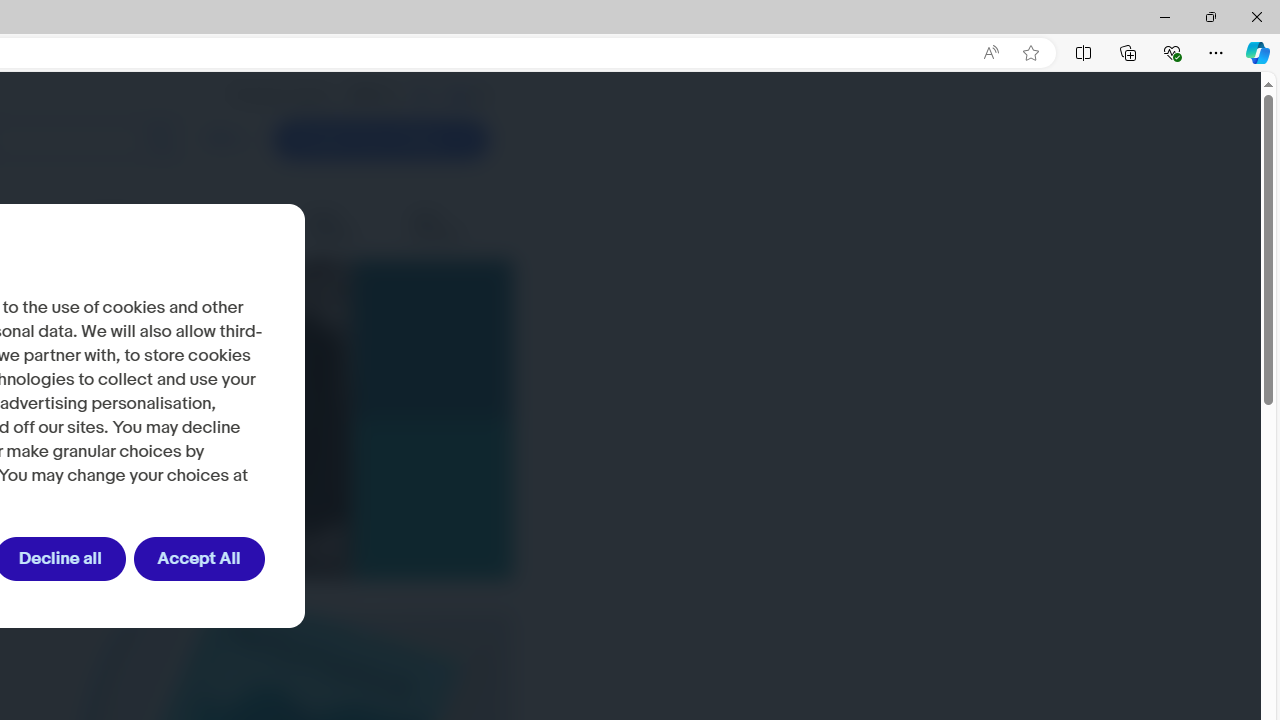  Describe the element at coordinates (345, 225) in the screenshot. I see `'Seller updates'` at that location.